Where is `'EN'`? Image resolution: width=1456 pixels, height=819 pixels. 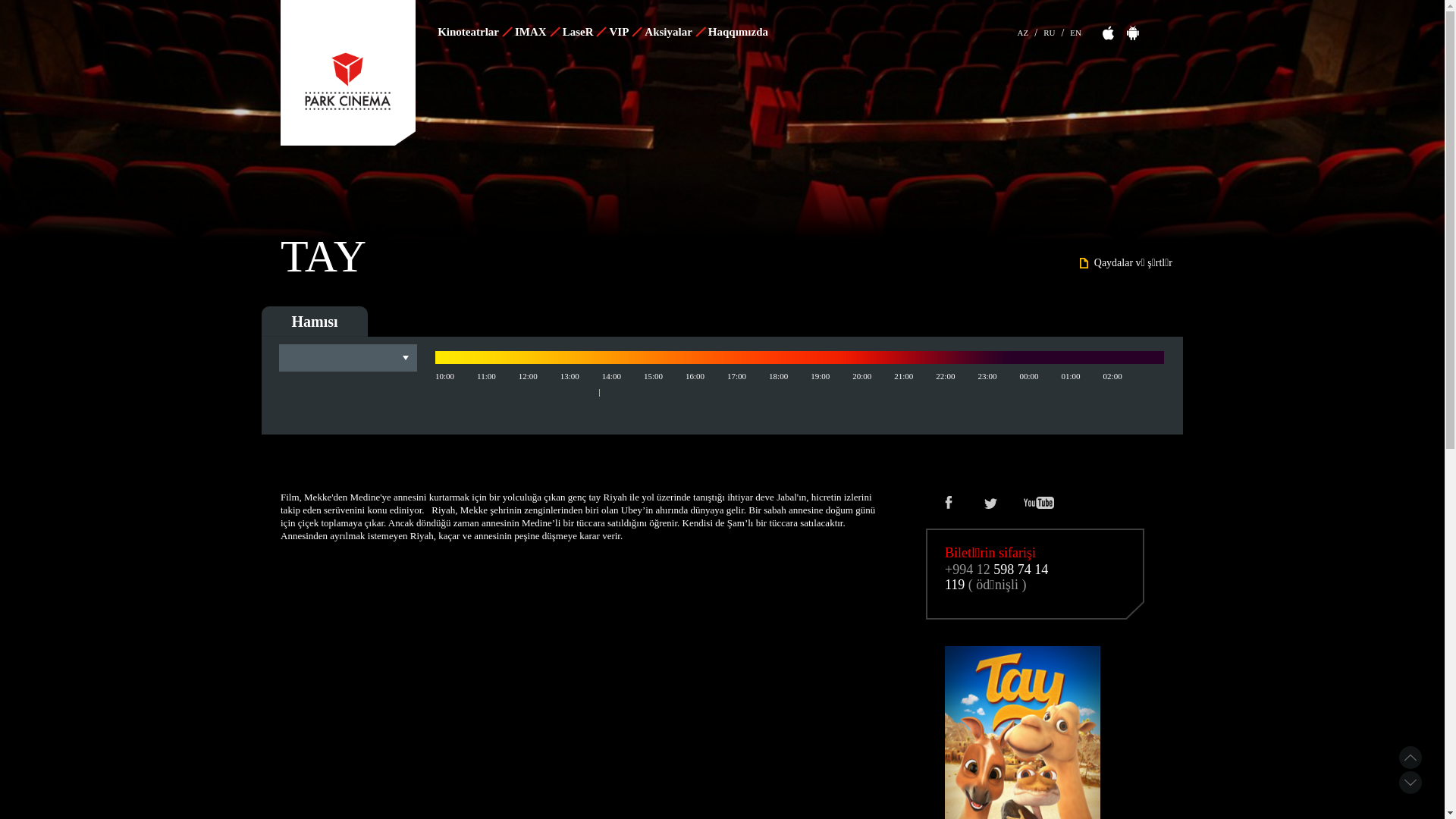
'EN' is located at coordinates (1075, 30).